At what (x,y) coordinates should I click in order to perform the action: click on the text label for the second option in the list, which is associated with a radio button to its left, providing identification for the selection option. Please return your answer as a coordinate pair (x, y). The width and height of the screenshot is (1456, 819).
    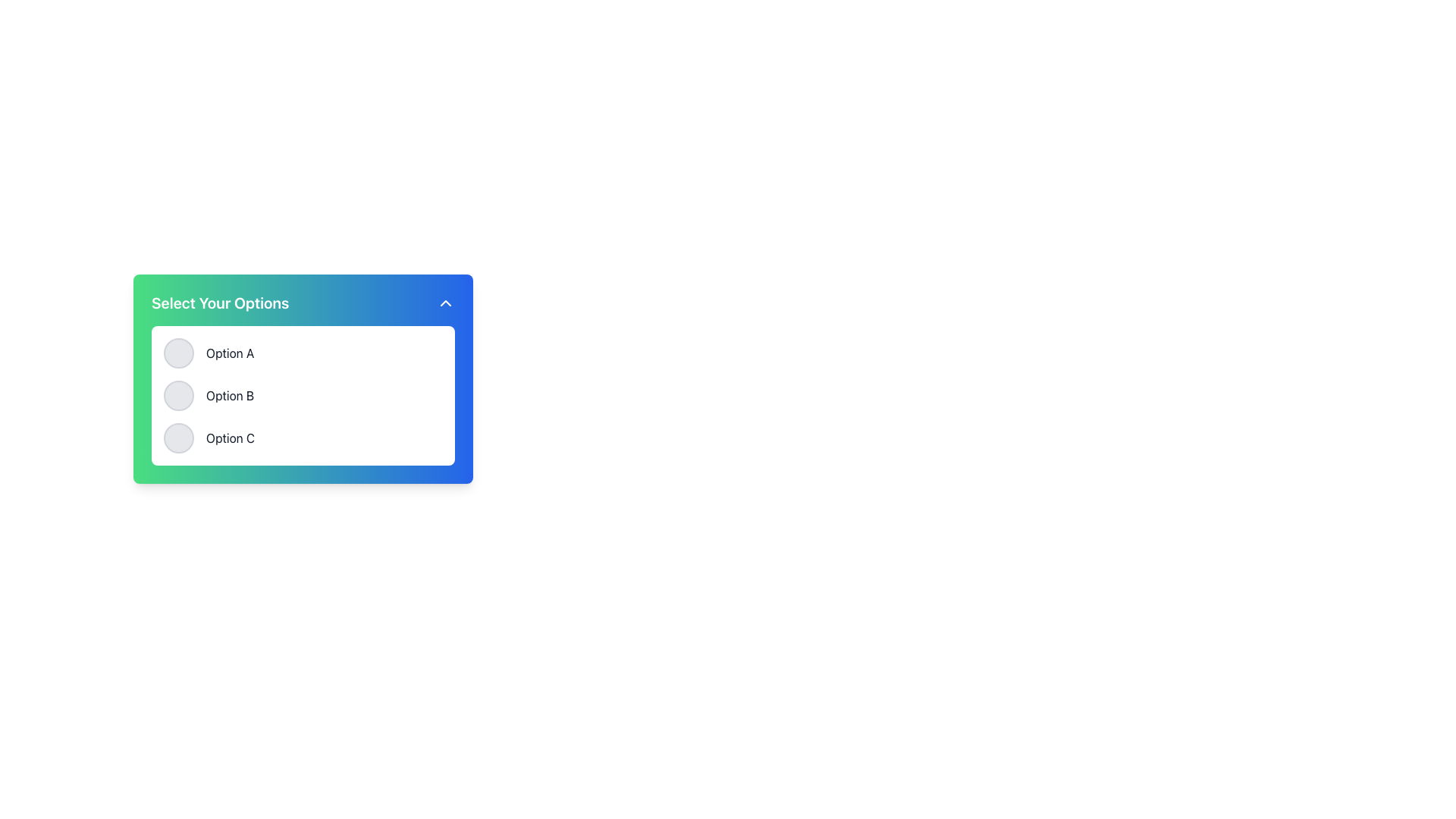
    Looking at the image, I should click on (229, 394).